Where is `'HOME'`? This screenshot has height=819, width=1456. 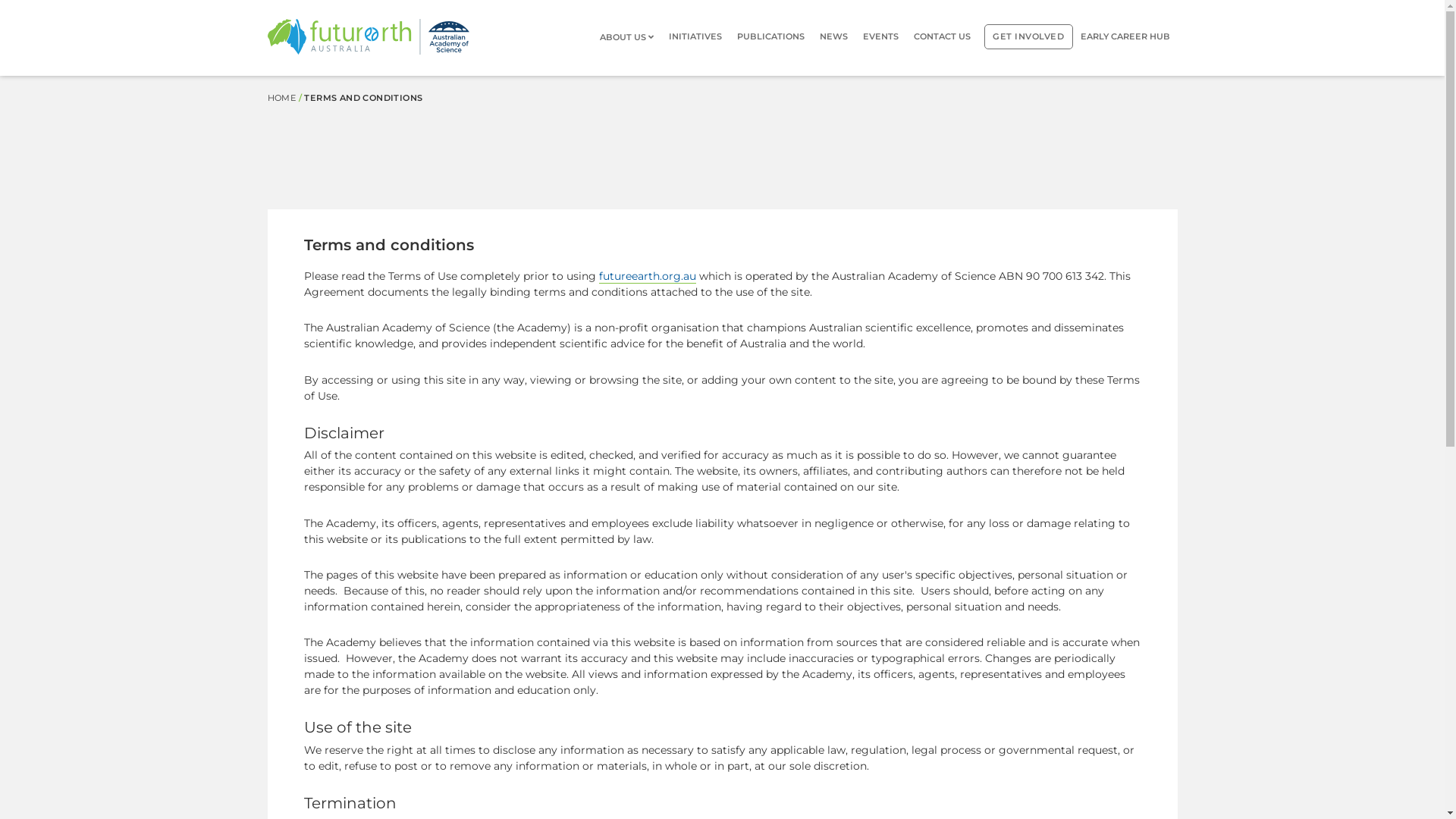 'HOME' is located at coordinates (281, 97).